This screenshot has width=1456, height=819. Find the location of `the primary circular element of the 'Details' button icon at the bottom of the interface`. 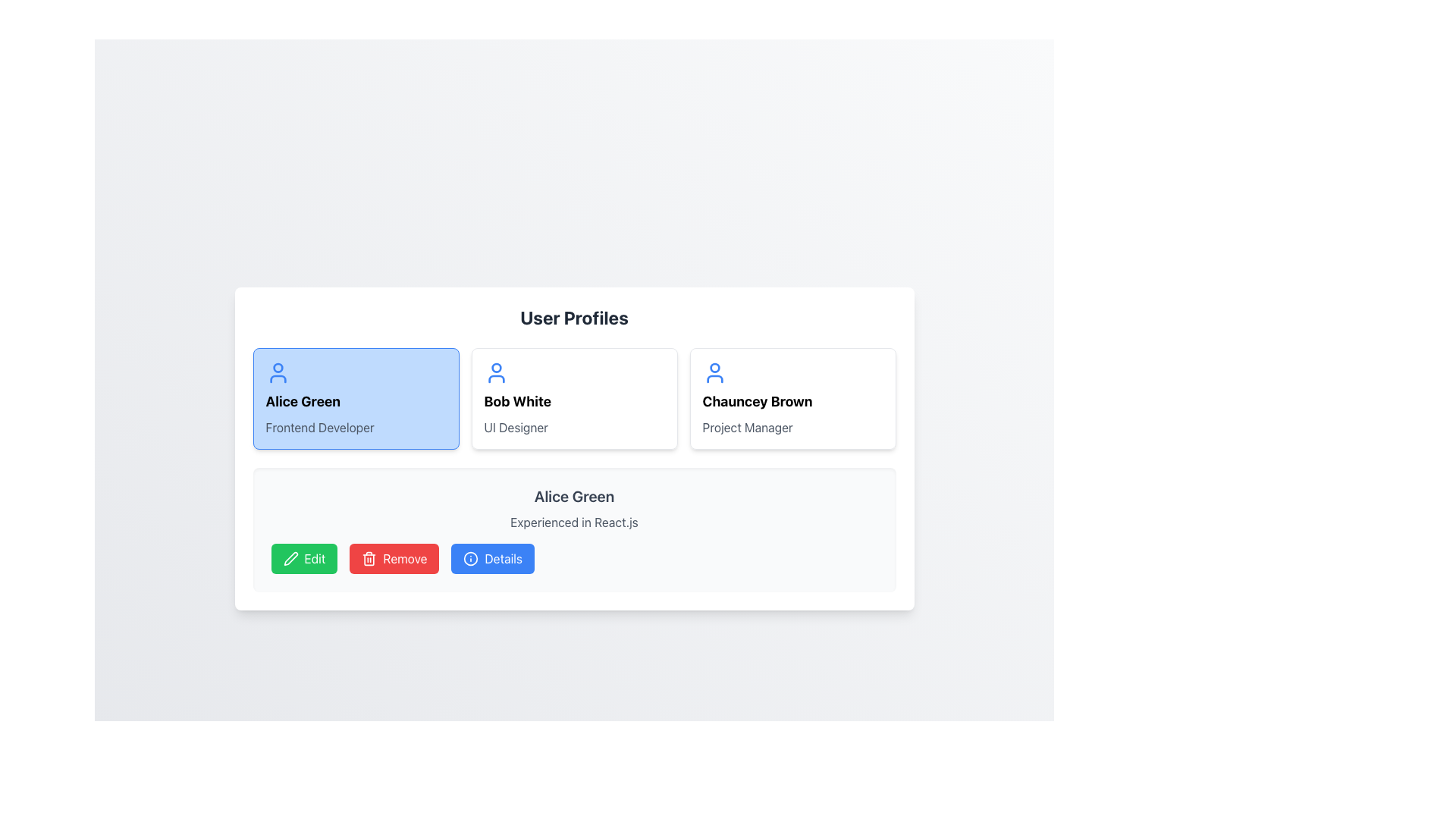

the primary circular element of the 'Details' button icon at the bottom of the interface is located at coordinates (470, 558).